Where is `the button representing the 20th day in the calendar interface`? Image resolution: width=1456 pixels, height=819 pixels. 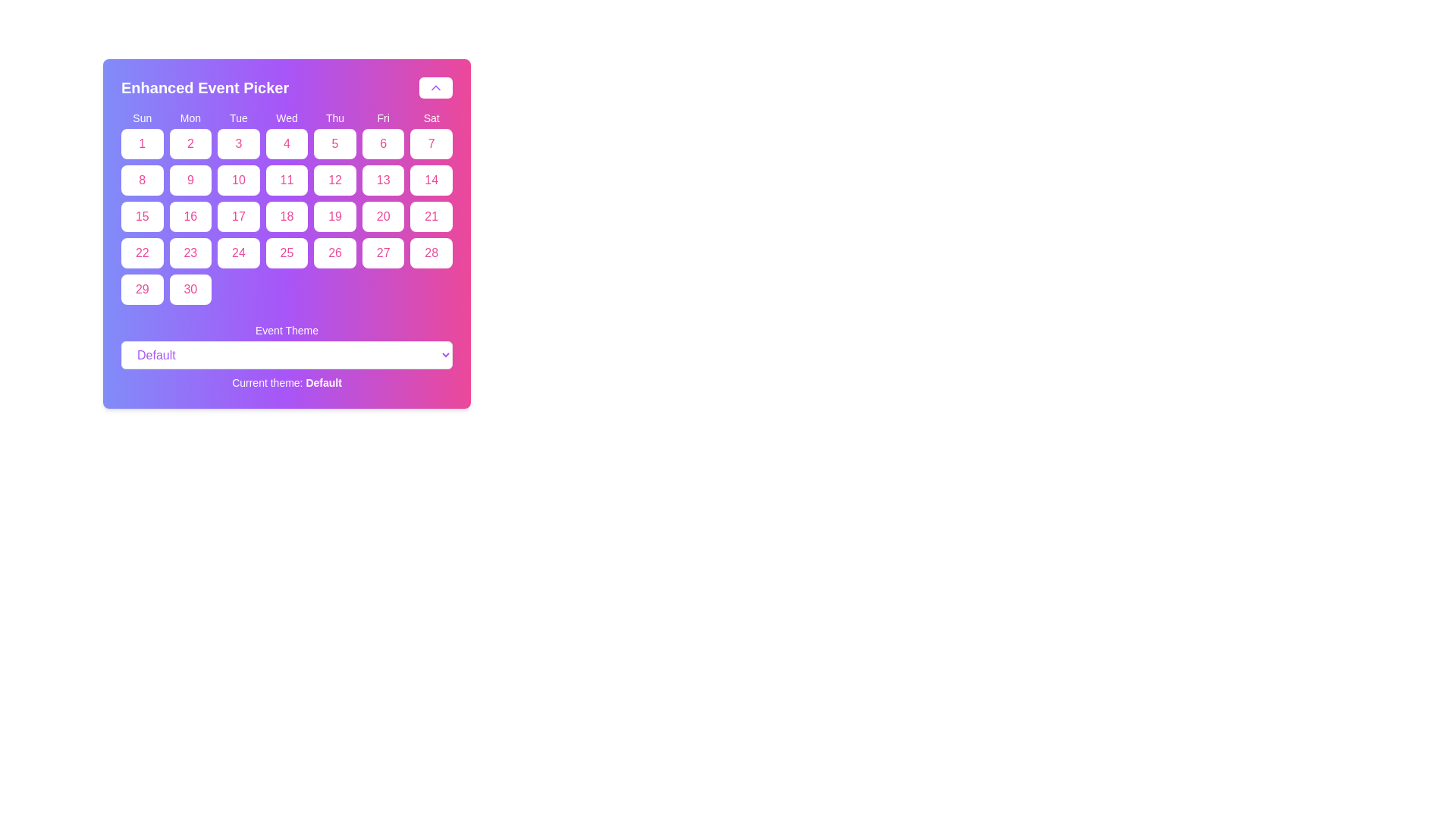 the button representing the 20th day in the calendar interface is located at coordinates (383, 216).